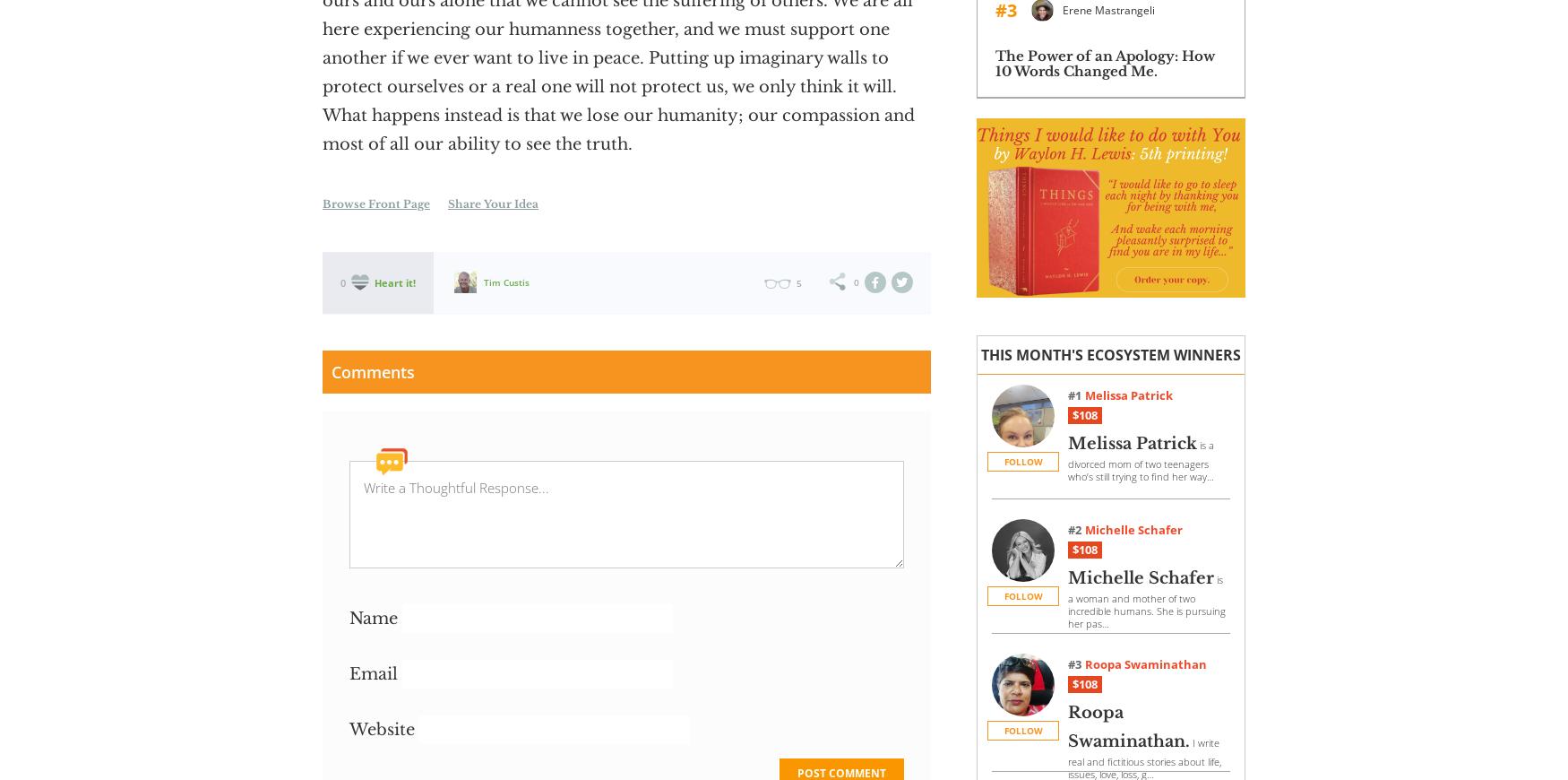 This screenshot has width=1568, height=780. What do you see at coordinates (794, 282) in the screenshot?
I see `'5'` at bounding box center [794, 282].